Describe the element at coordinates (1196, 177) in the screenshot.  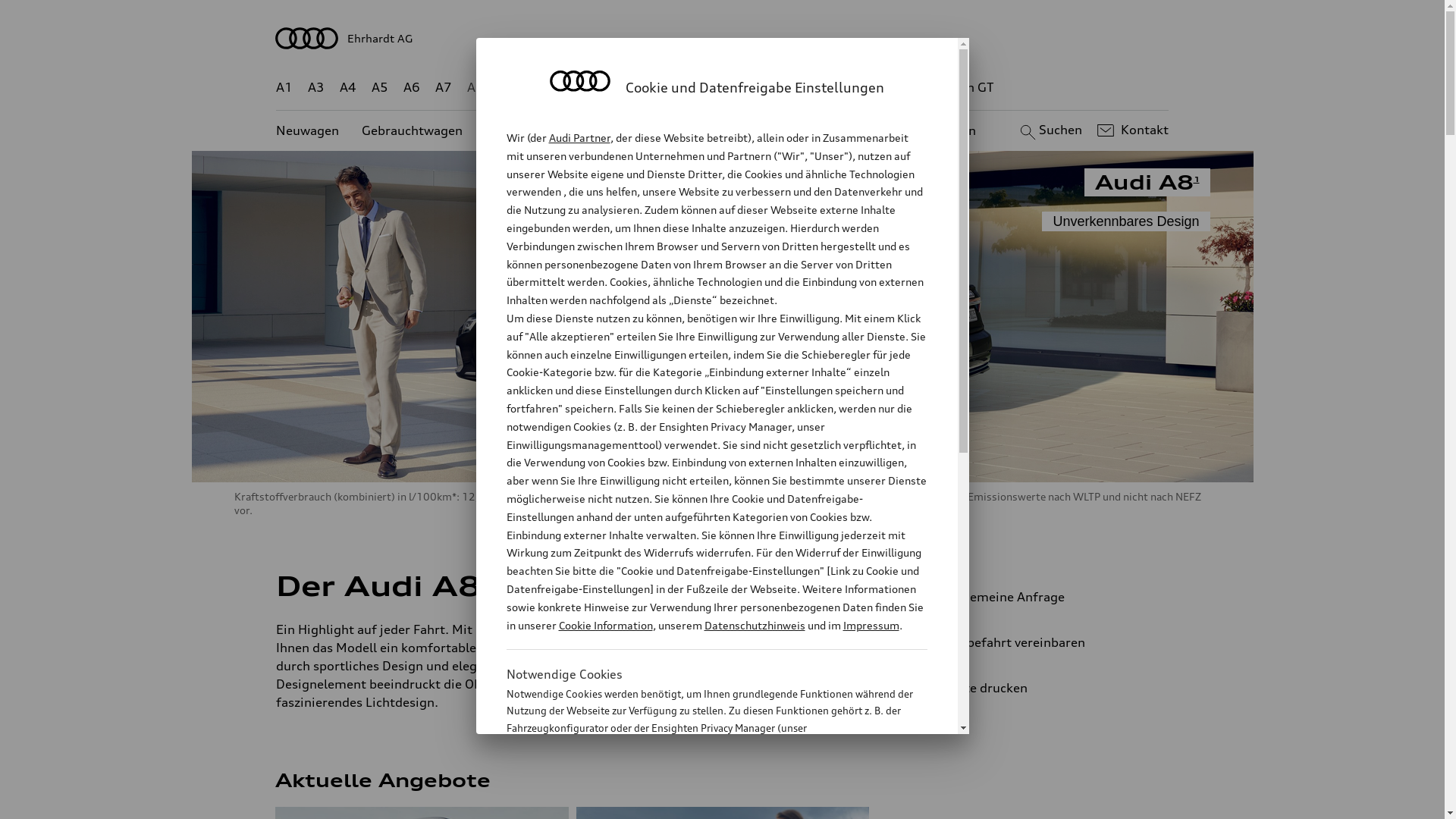
I see `'1'` at that location.